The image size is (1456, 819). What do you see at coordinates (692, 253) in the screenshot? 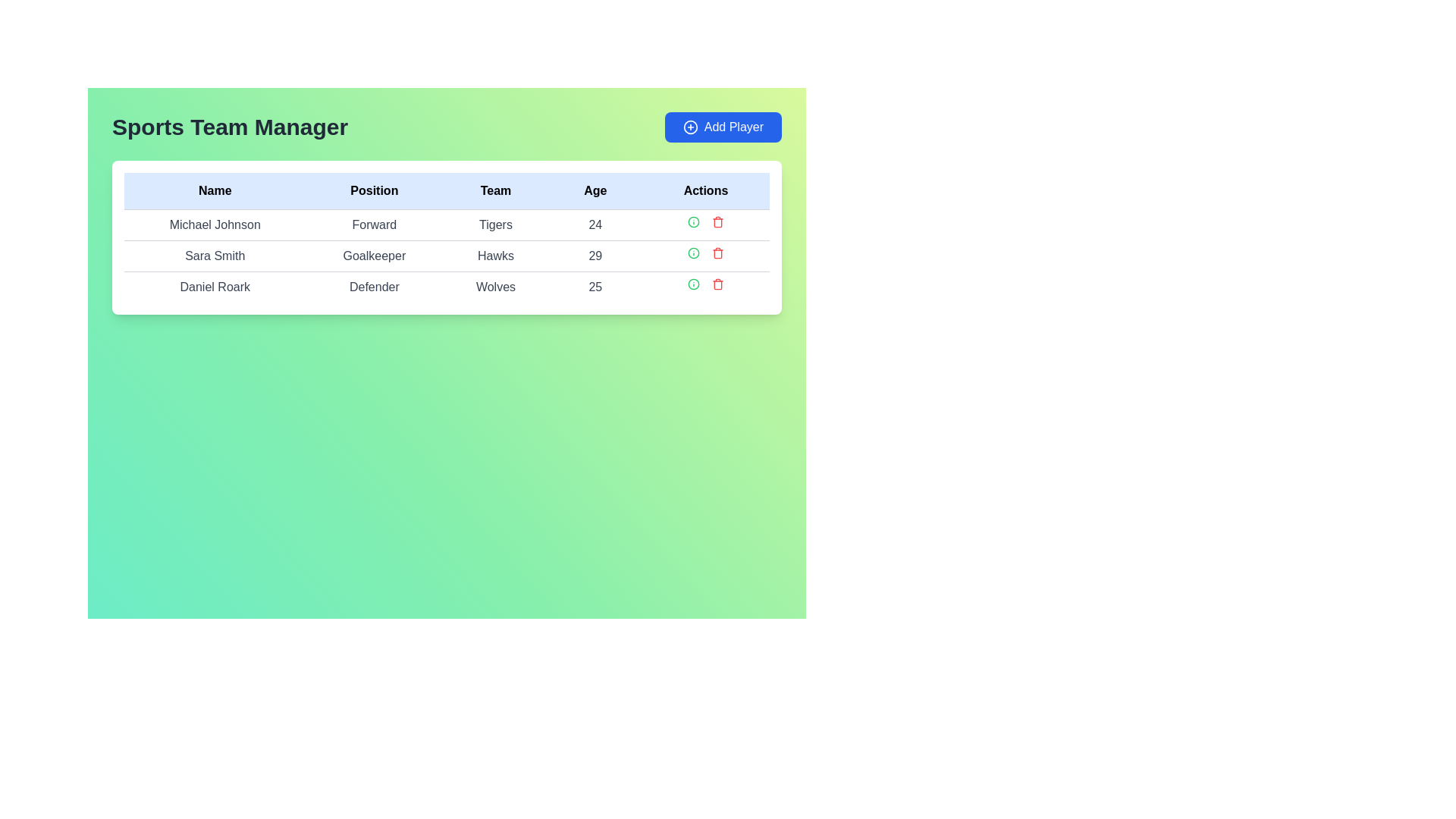
I see `SVG circle shape icon that represents information or help, located in the second row of the 'Actions' column near the delete action for 'Sara Smith'` at bounding box center [692, 253].